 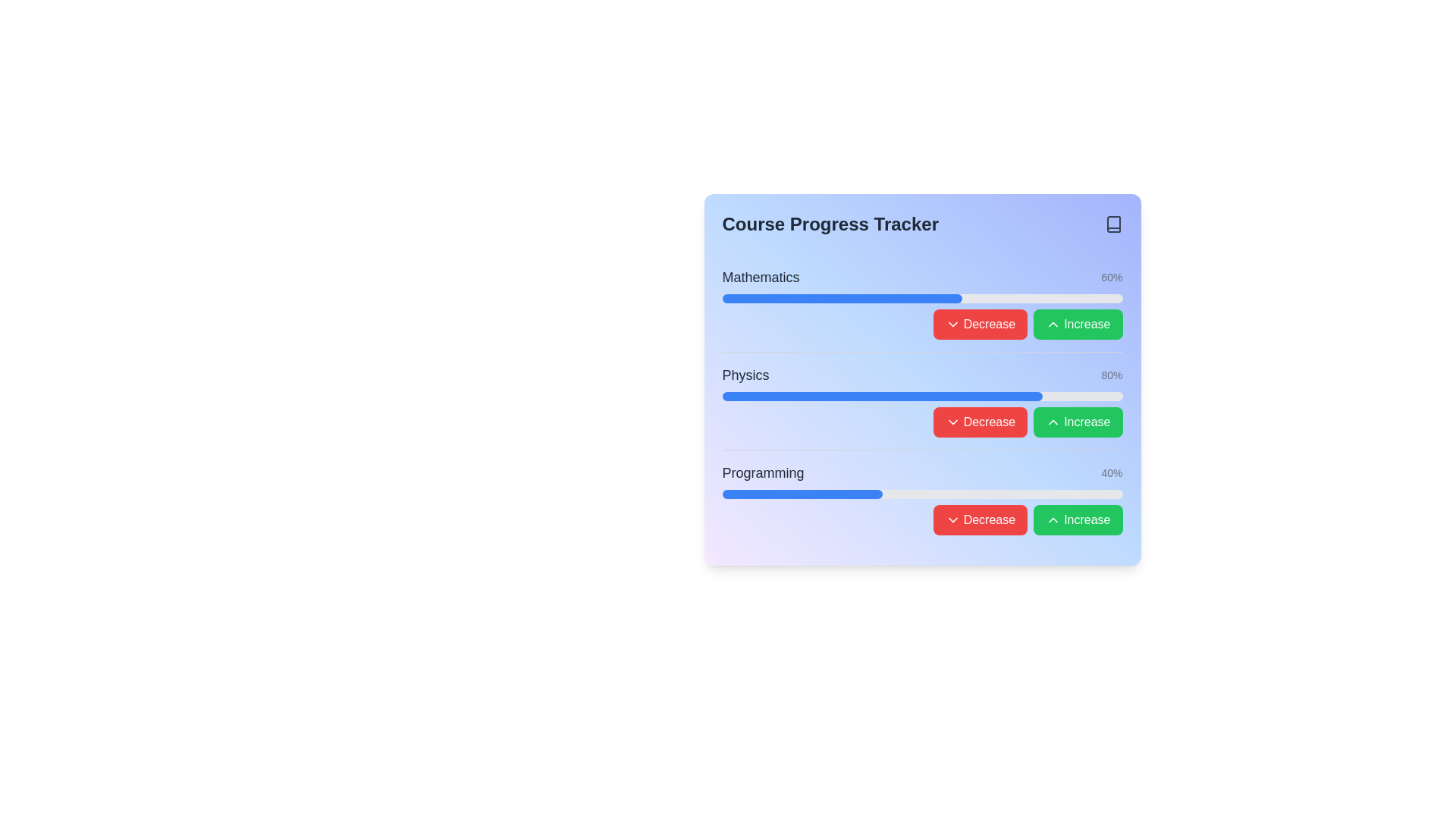 I want to click on the 'Programming' progress bar, so click(x=921, y=498).